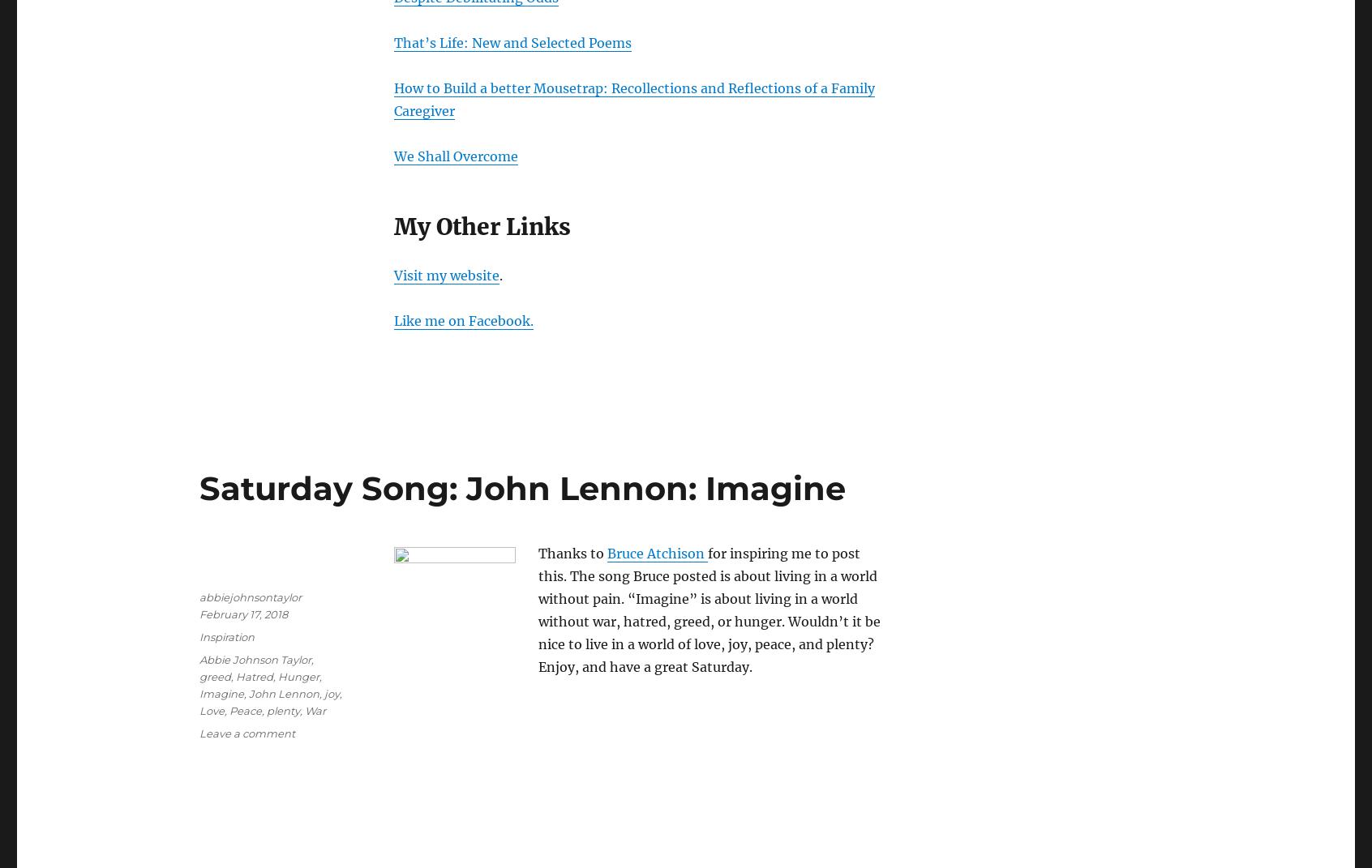 This screenshot has height=868, width=1372. Describe the element at coordinates (538, 609) in the screenshot. I see `'for inspiring me to post this. The song Bruce posted is about living in a world without pain. “Imagine” is about living in a world without war, hatred, greed, or hunger. Wouldn’t it be nice to live in a world of love, joy, peace, and plenty? Enjoy, and have a great Saturday.'` at that location.